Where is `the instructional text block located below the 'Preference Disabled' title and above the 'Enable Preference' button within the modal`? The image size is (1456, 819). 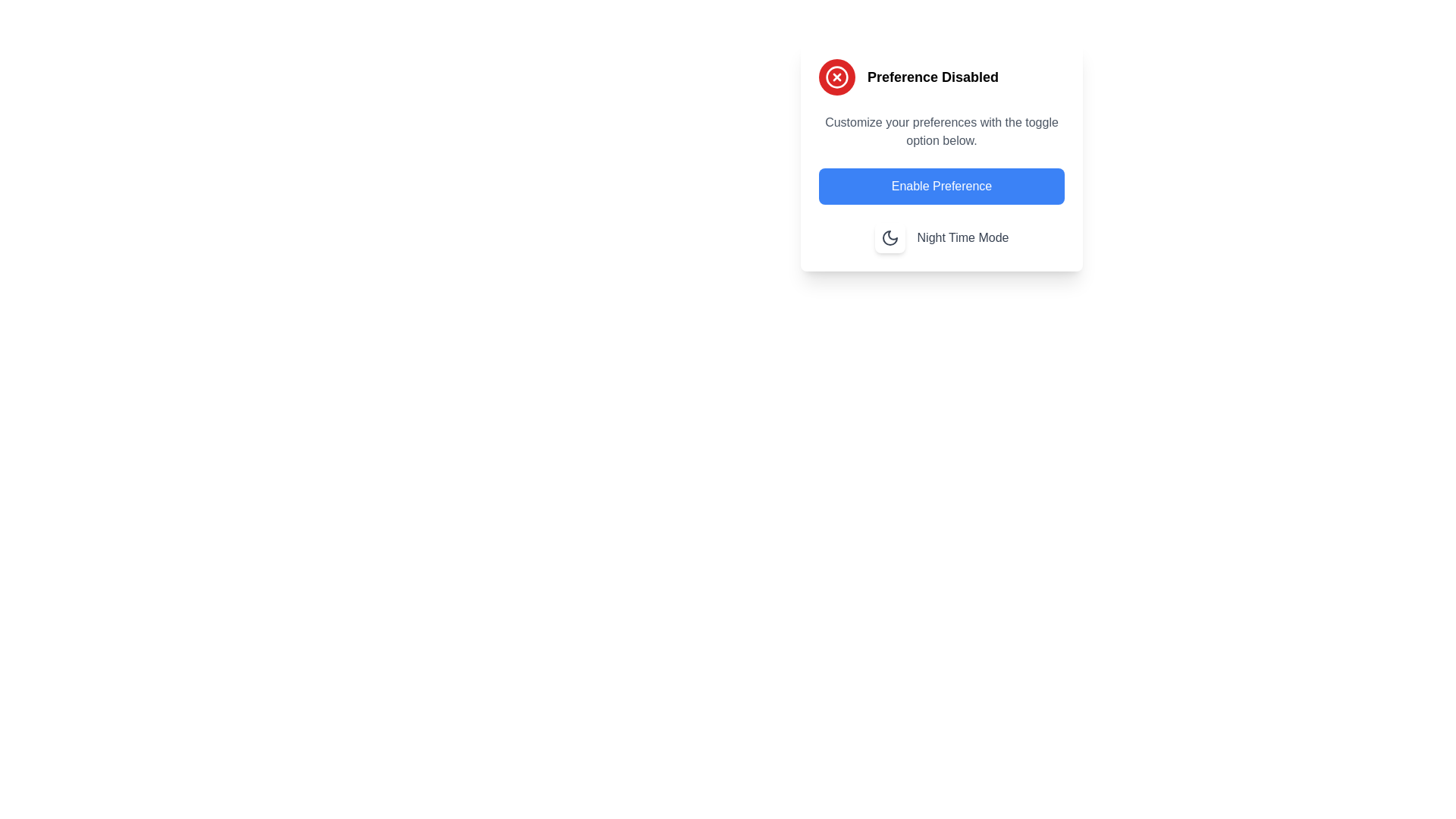
the instructional text block located below the 'Preference Disabled' title and above the 'Enable Preference' button within the modal is located at coordinates (941, 130).